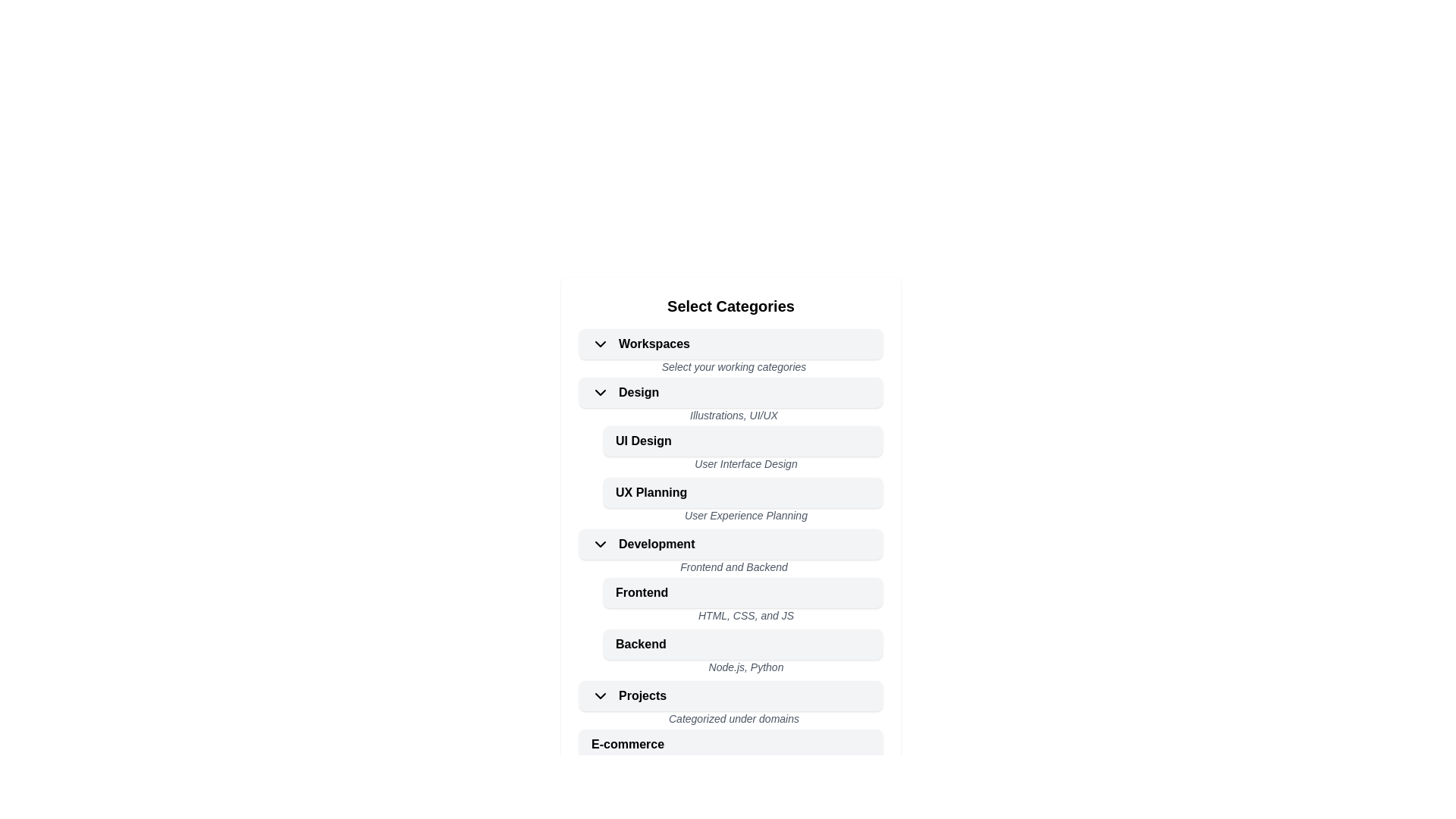 The height and width of the screenshot is (819, 1456). What do you see at coordinates (643, 543) in the screenshot?
I see `the 'Development' text label with an expandable icon` at bounding box center [643, 543].